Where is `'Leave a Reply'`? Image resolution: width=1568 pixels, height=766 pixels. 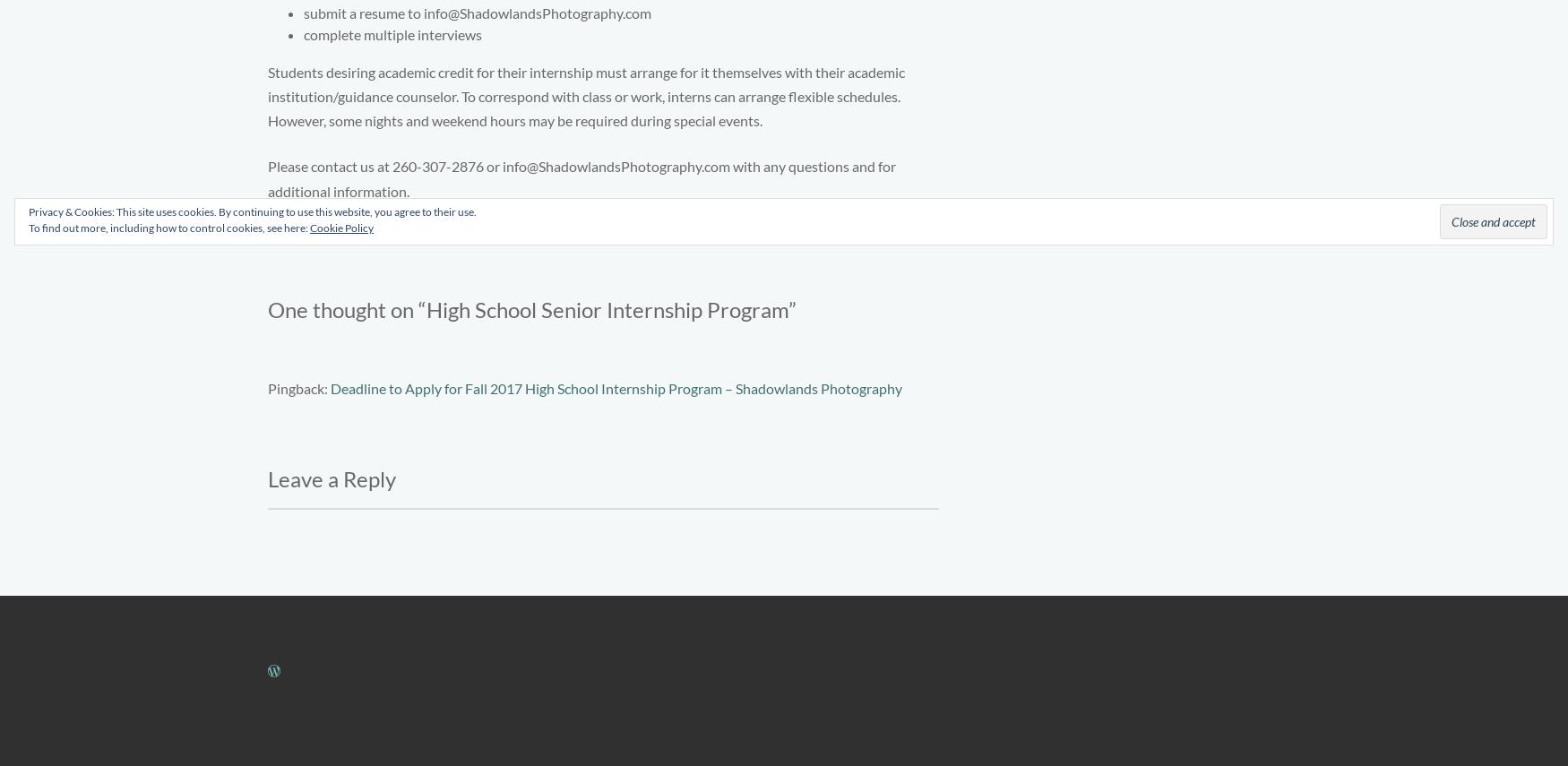 'Leave a Reply' is located at coordinates (332, 478).